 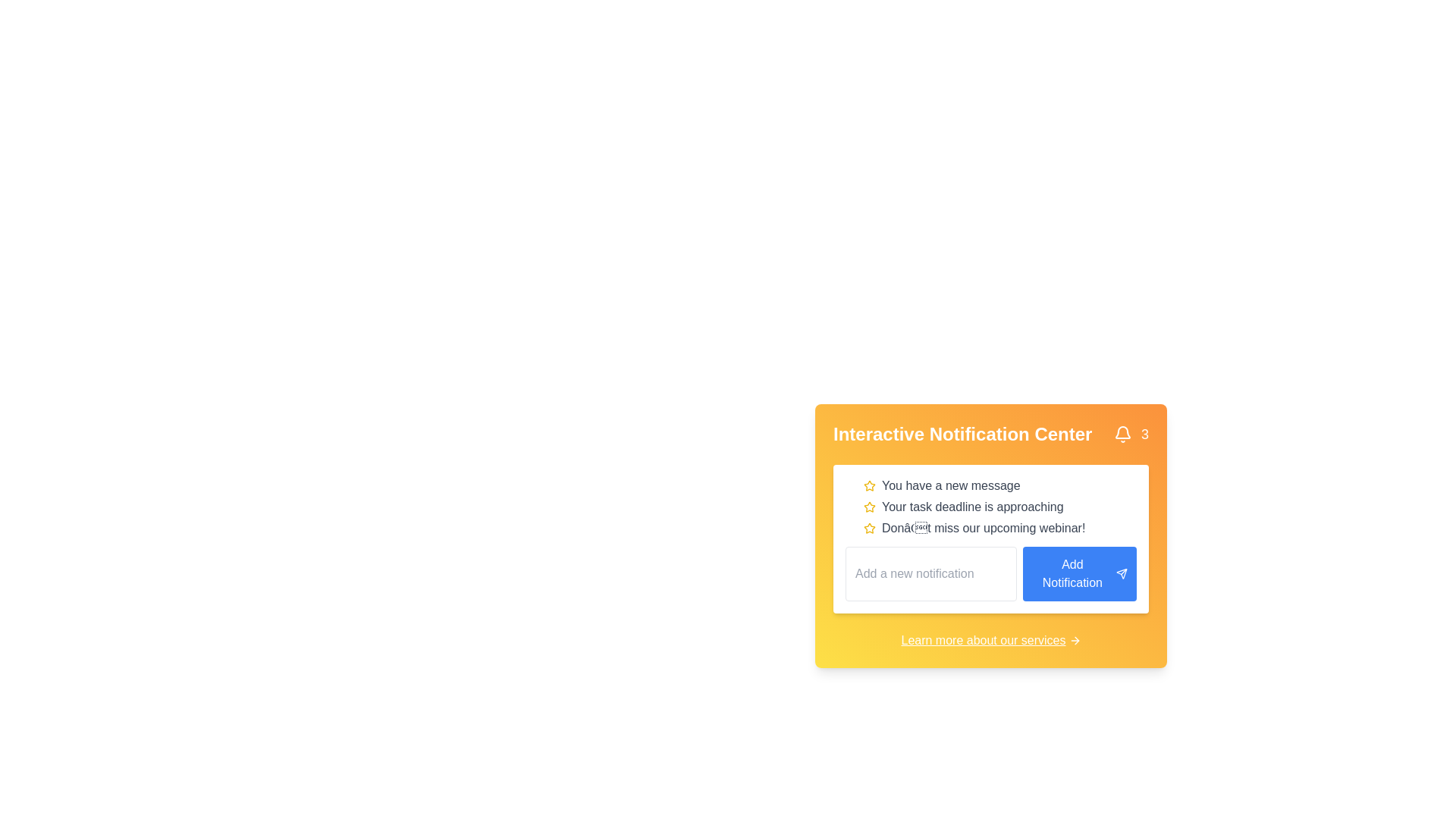 What do you see at coordinates (1074, 640) in the screenshot?
I see `the small rightward arrow icon adjacent to the text 'Learn more about our services' in the notification panel` at bounding box center [1074, 640].